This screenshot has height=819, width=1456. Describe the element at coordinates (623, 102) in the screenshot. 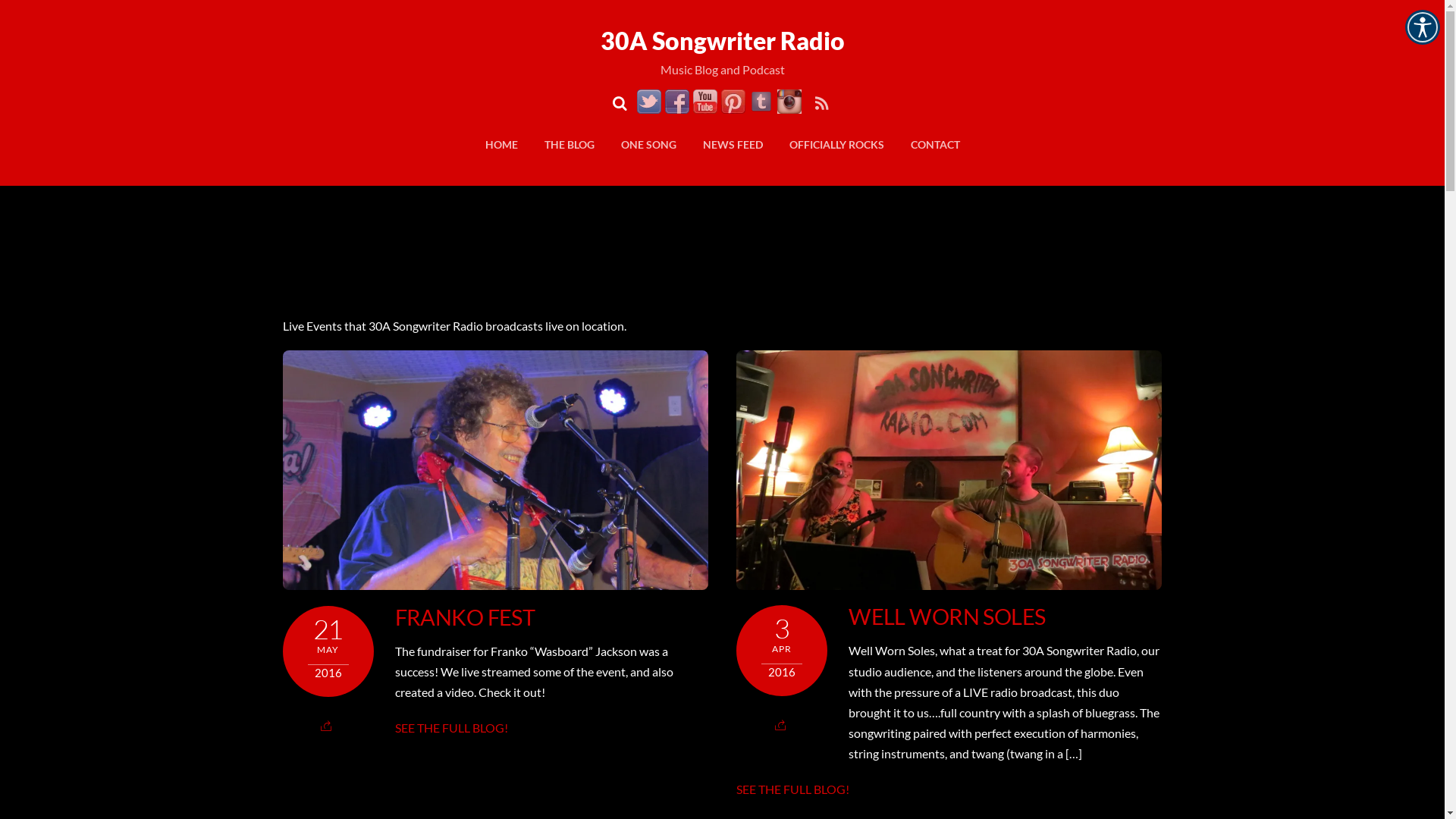

I see `'Search'` at that location.